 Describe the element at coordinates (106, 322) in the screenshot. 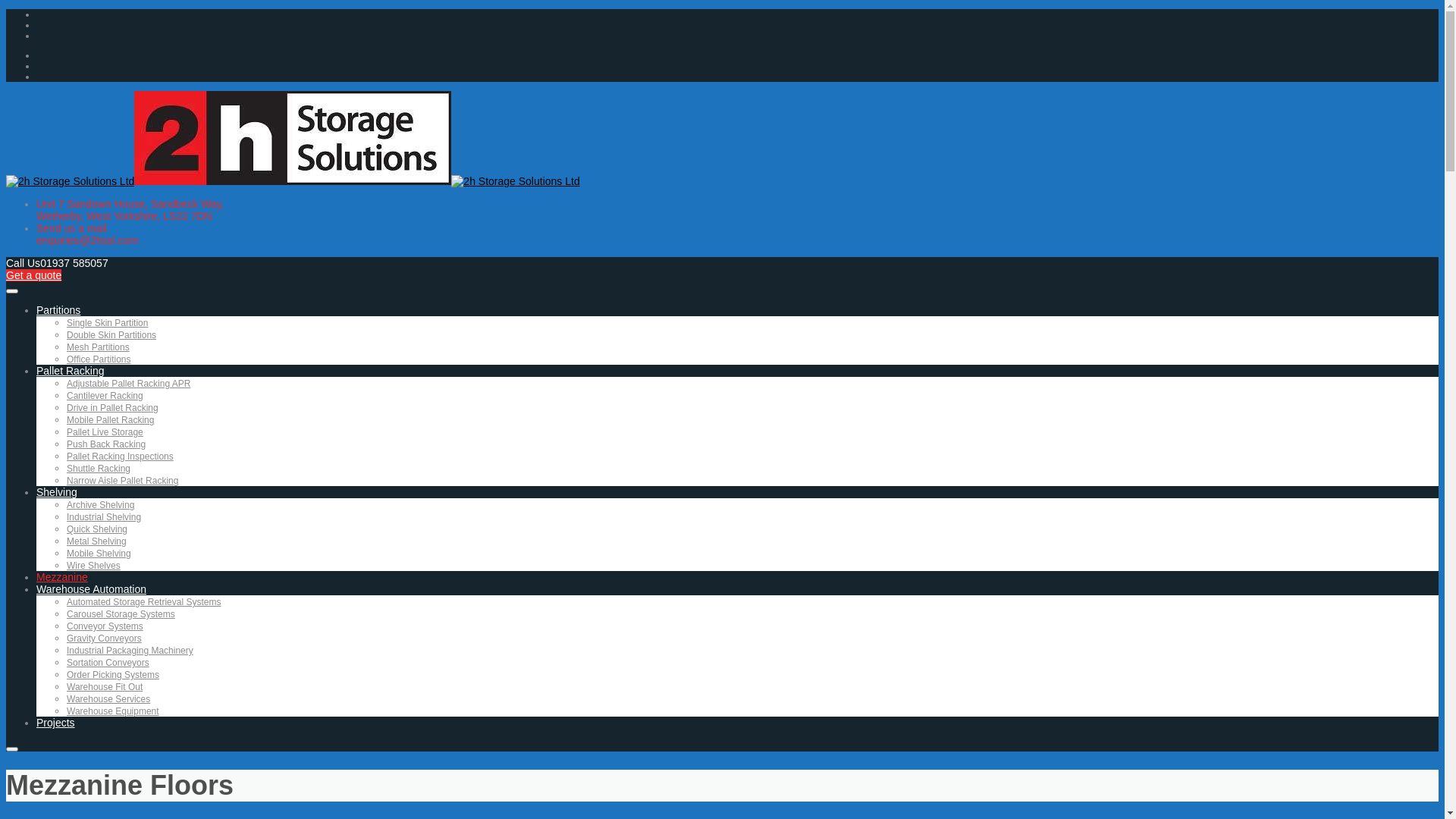

I see `'Single Skin Partition'` at that location.